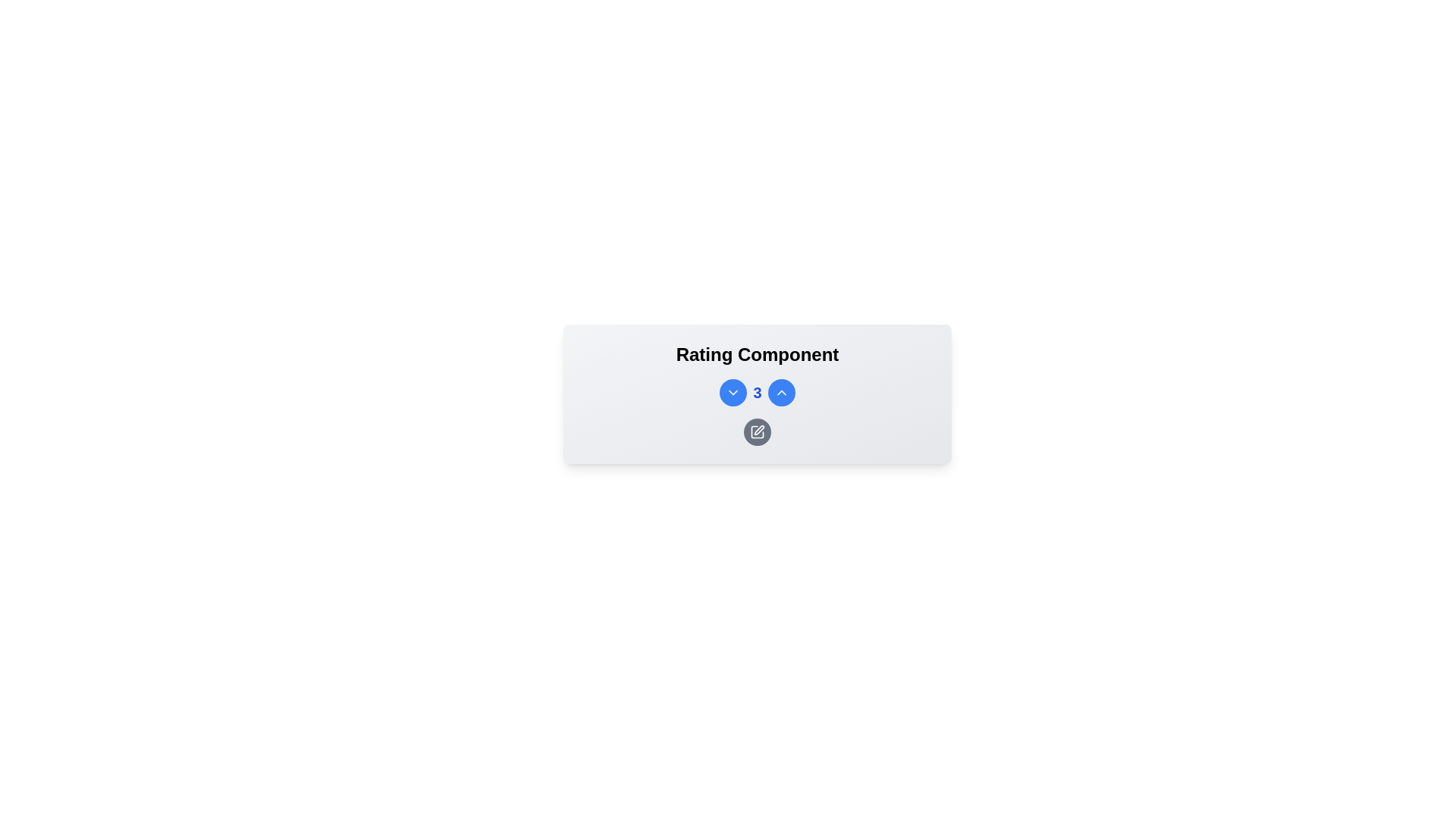 This screenshot has height=819, width=1456. Describe the element at coordinates (733, 391) in the screenshot. I see `the decrement button located on the left side of the horizontal arrangement` at that location.